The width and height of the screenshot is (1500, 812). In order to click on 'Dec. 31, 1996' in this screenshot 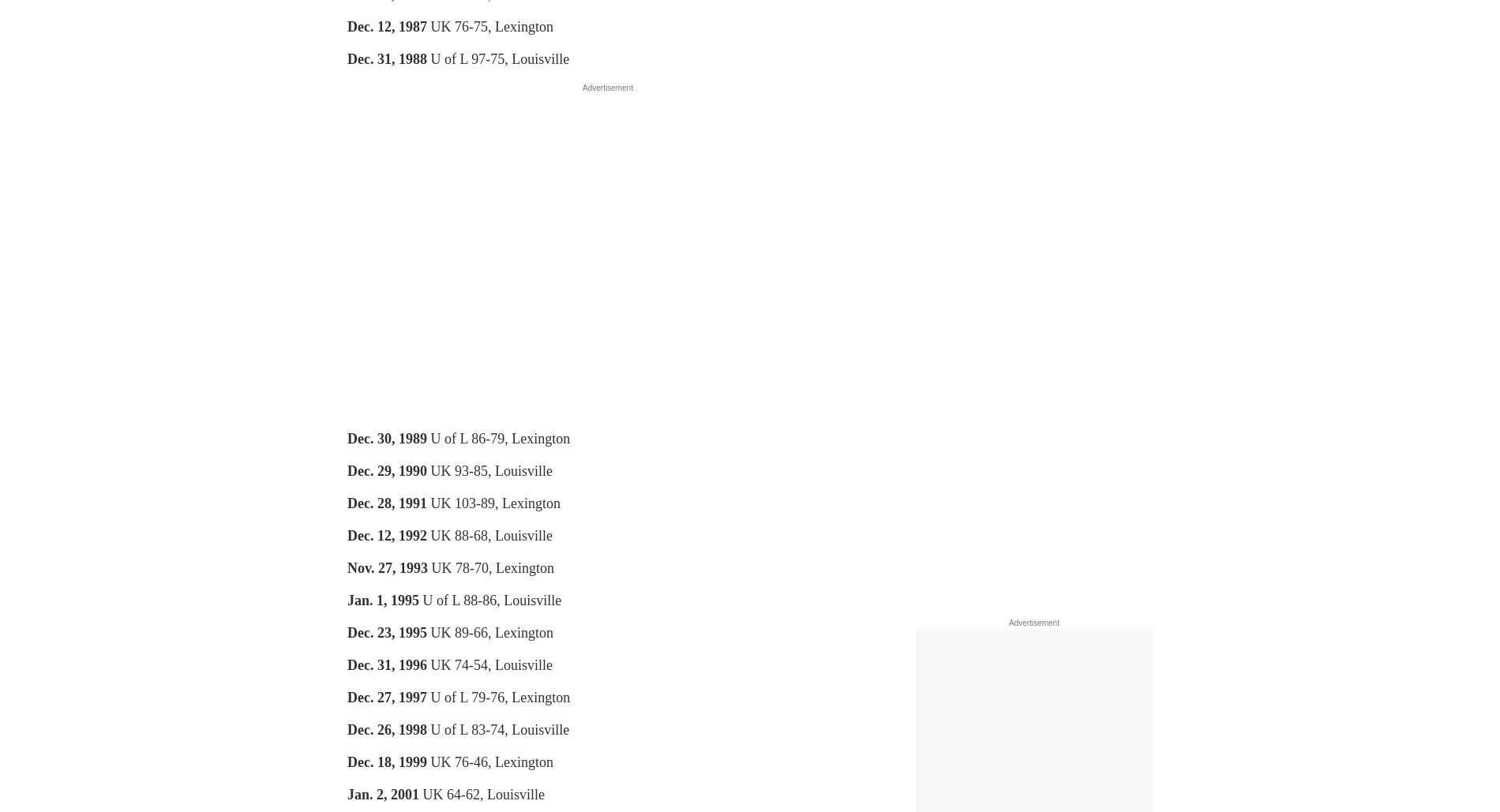, I will do `click(387, 664)`.